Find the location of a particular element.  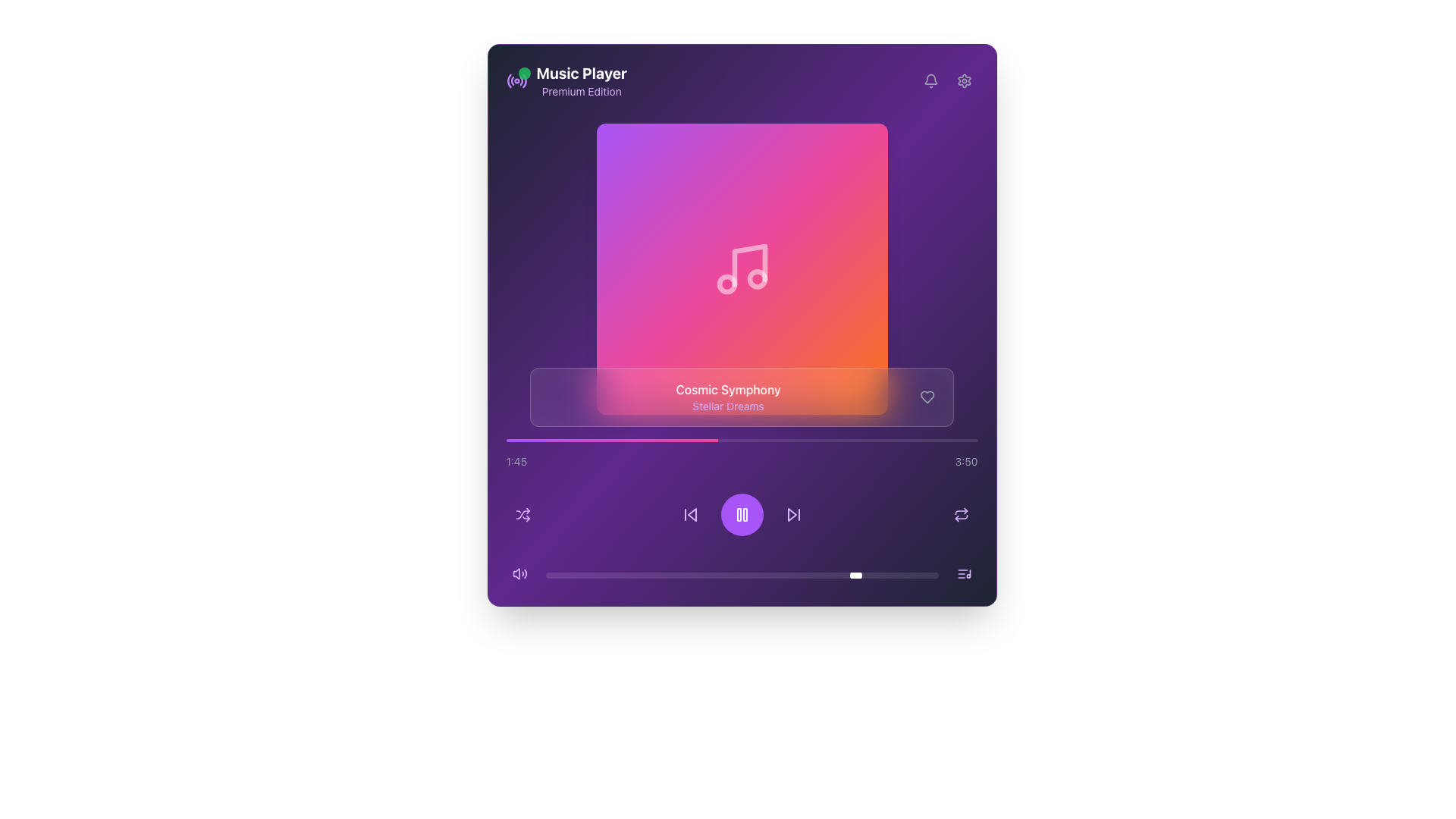

the interactive text element displaying the current media title and subtitle, located below the musical note image is located at coordinates (742, 397).